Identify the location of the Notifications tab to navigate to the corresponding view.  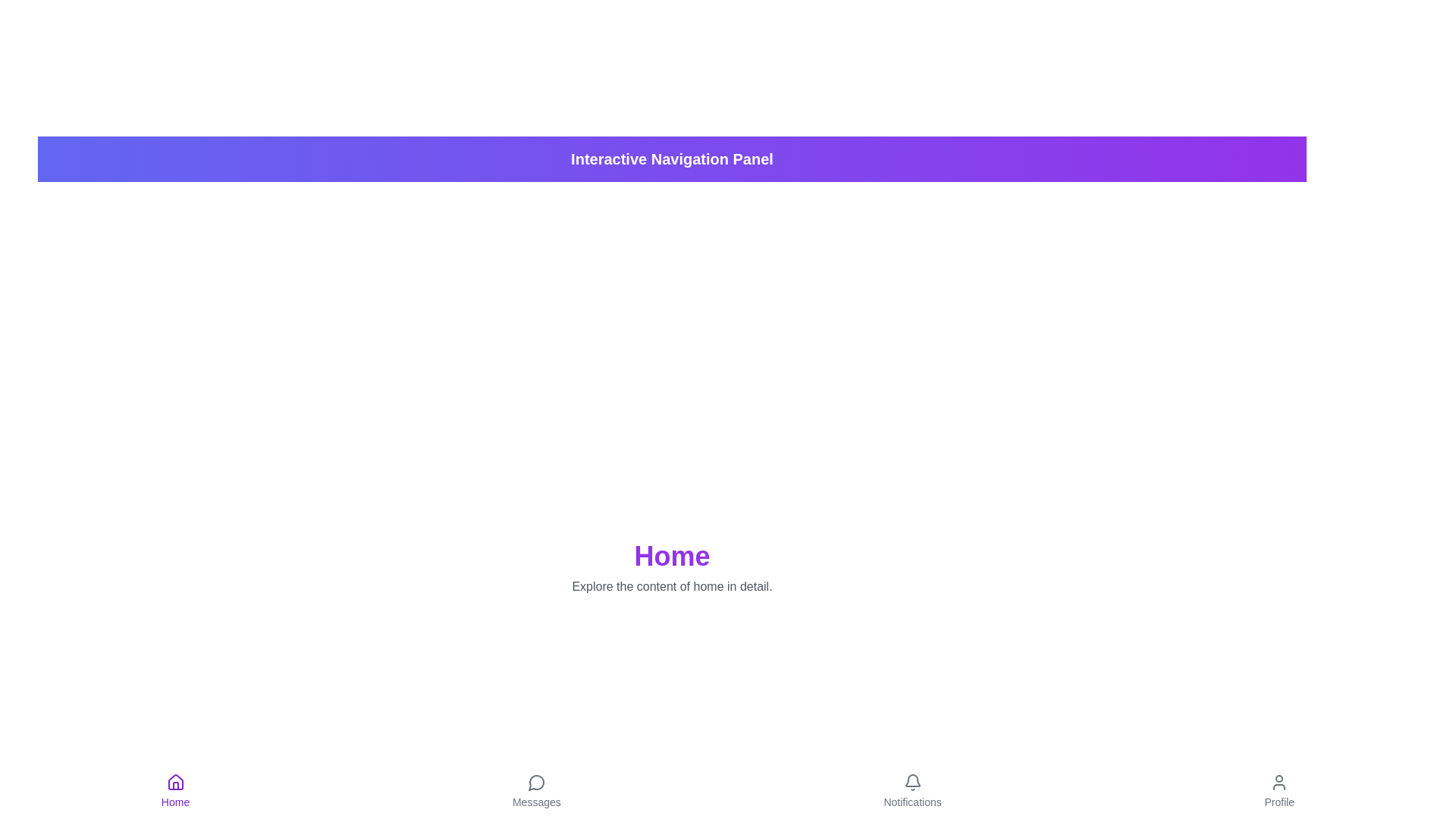
(912, 791).